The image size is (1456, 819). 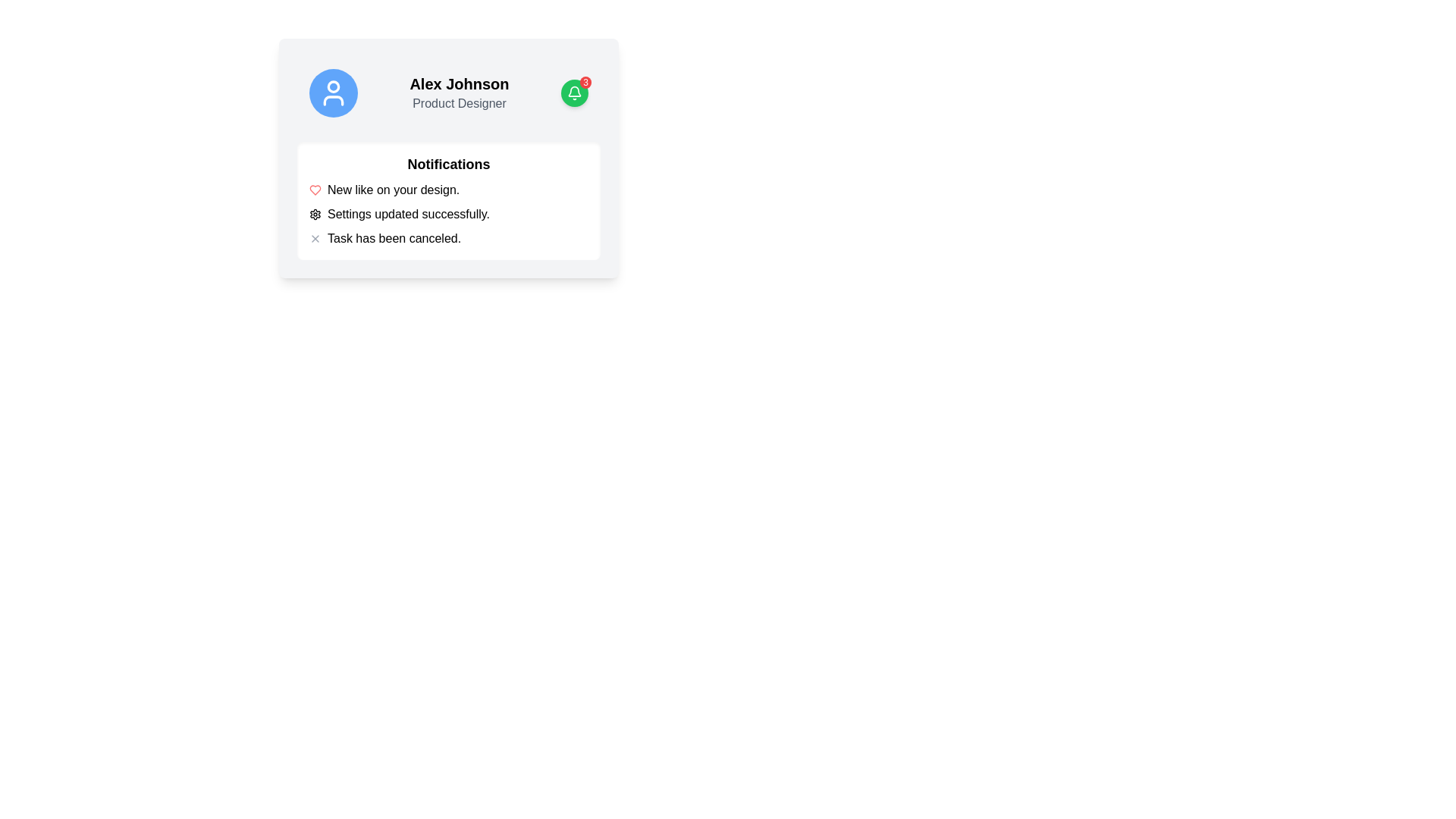 What do you see at coordinates (315, 214) in the screenshot?
I see `the outer part of the gear icon, which is a circular shape with toothed edges located in the upper right segment of the interface` at bounding box center [315, 214].